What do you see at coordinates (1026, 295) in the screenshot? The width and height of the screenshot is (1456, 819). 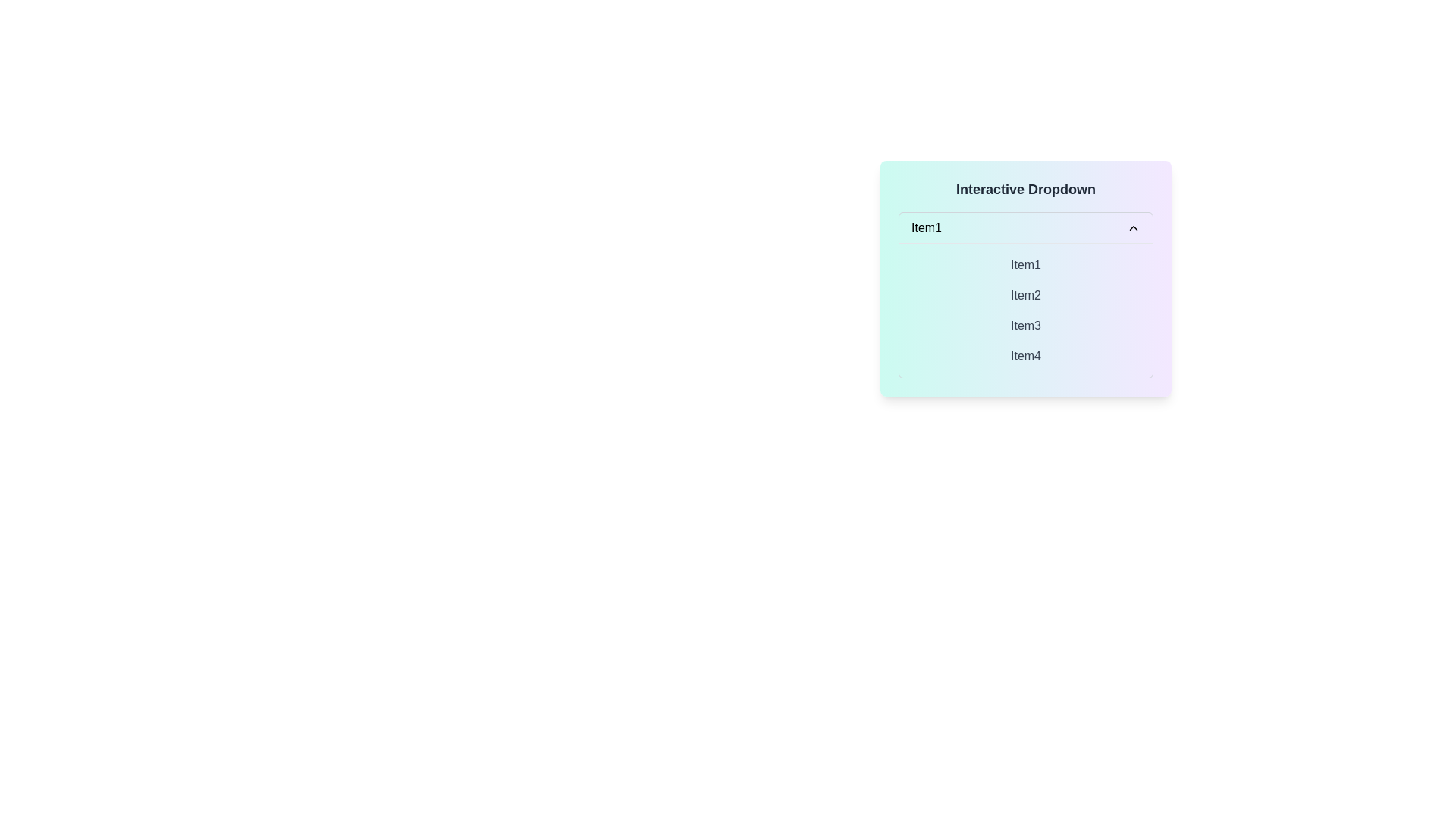 I see `an item in the dropdown menu located below the header 'Interactive Dropdown'` at bounding box center [1026, 295].